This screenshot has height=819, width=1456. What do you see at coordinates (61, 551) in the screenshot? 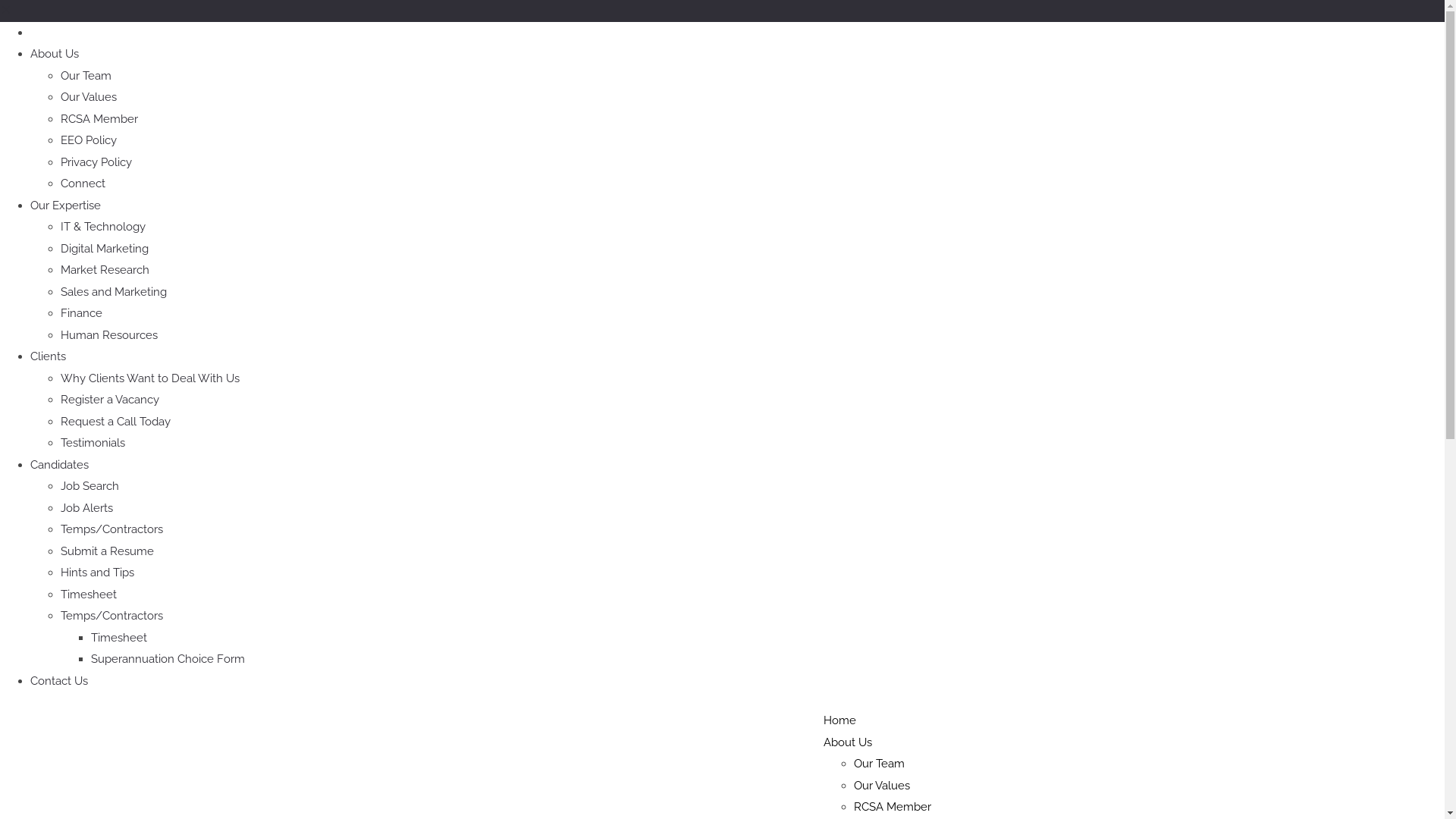
I see `'Submit a Resume'` at bounding box center [61, 551].